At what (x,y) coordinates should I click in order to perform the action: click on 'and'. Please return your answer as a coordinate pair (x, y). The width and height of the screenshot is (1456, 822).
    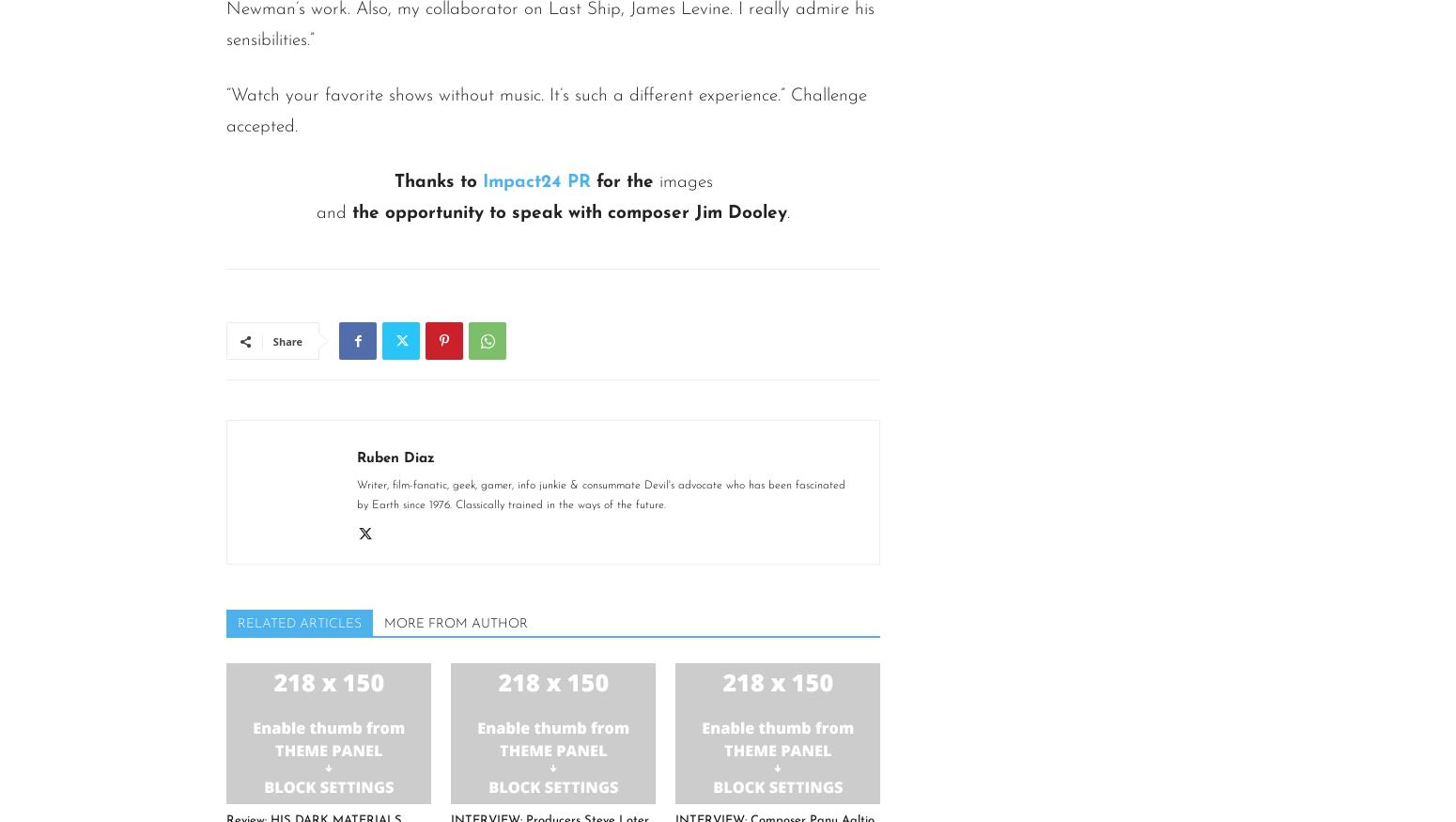
    Looking at the image, I should click on (330, 213).